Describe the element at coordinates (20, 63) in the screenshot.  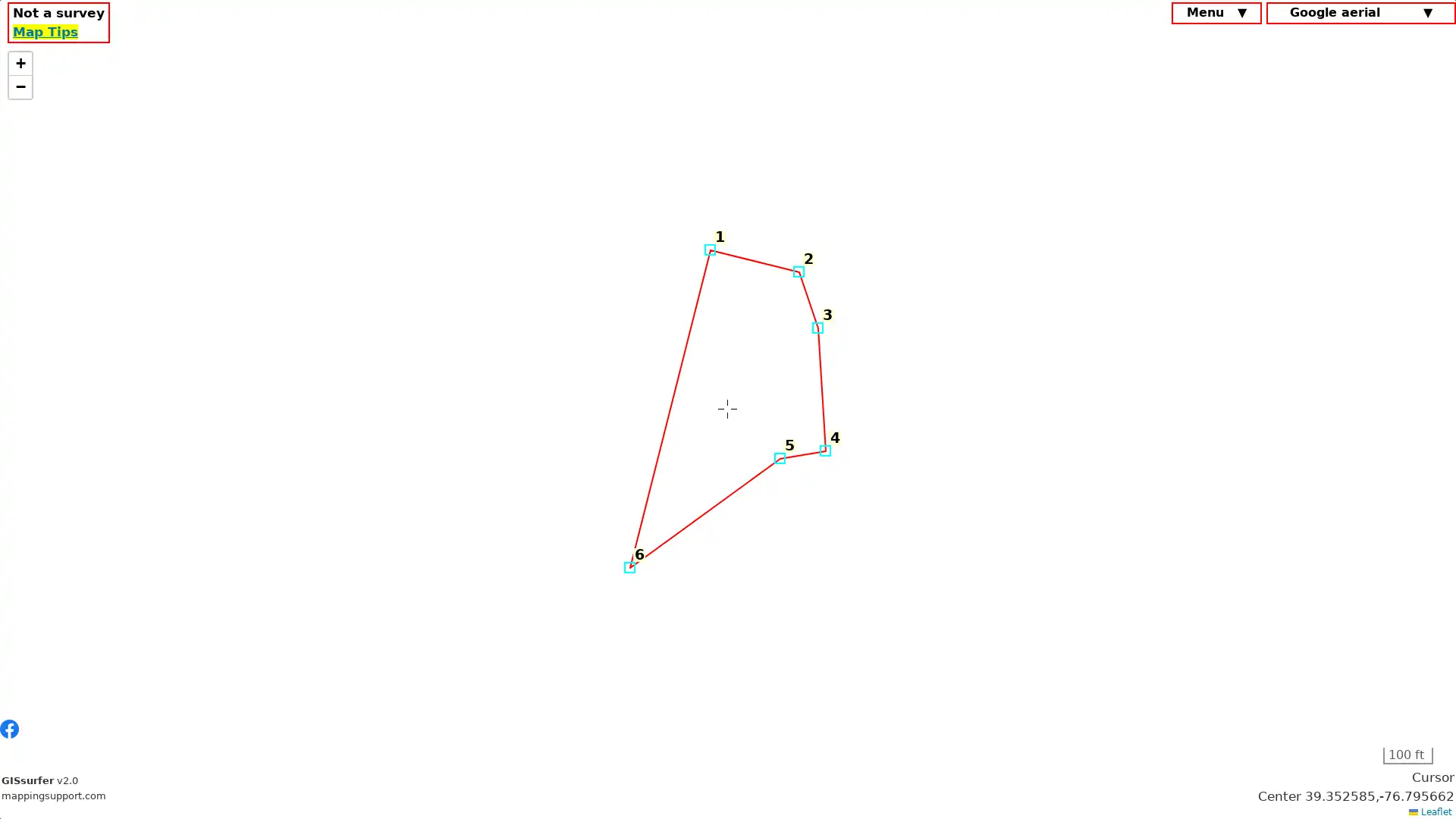
I see `Zoom in` at that location.